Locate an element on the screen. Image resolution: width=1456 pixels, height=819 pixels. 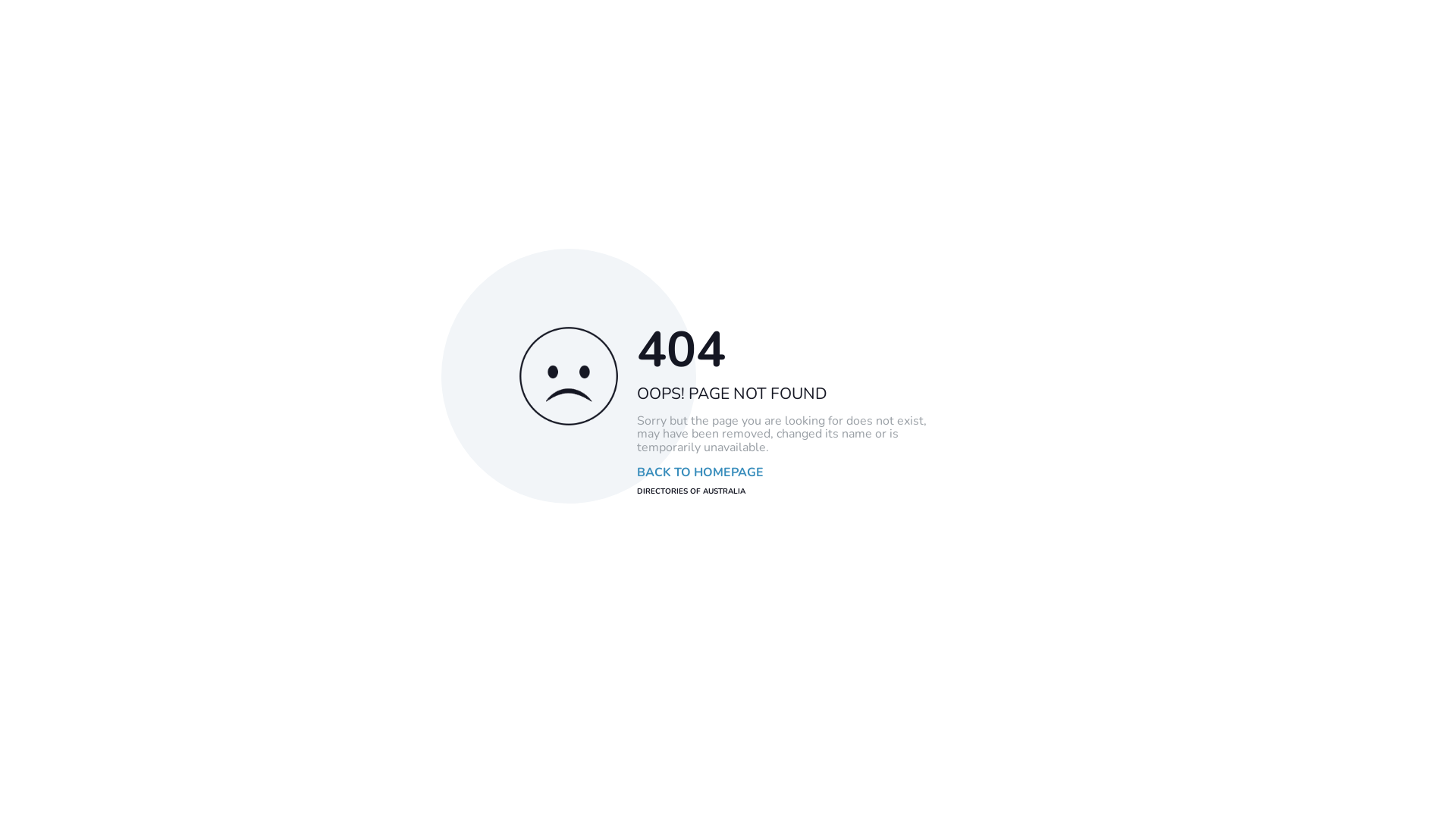
'BACK TO HOMEPAGE' is located at coordinates (699, 472).